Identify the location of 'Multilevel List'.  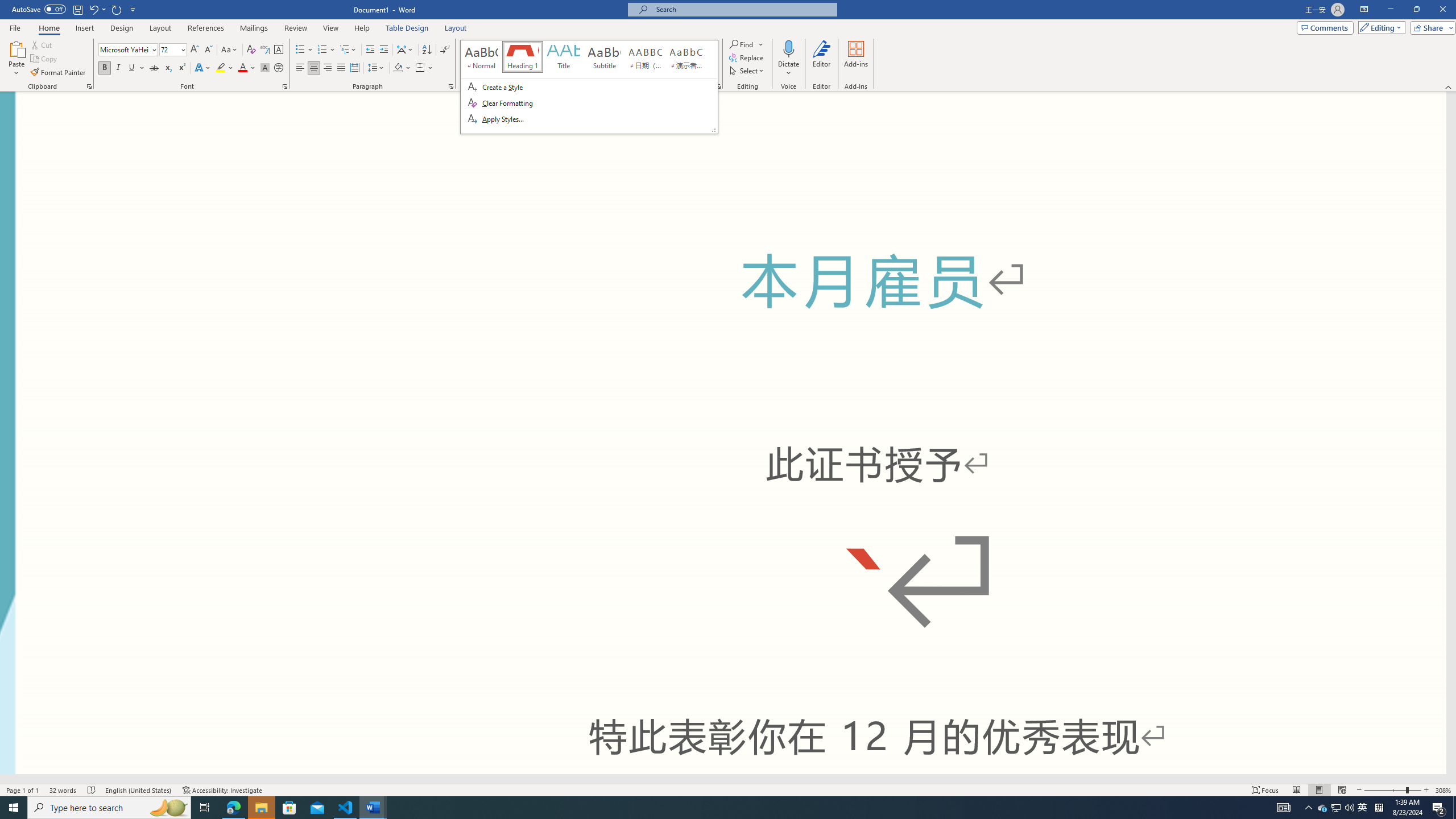
(348, 49).